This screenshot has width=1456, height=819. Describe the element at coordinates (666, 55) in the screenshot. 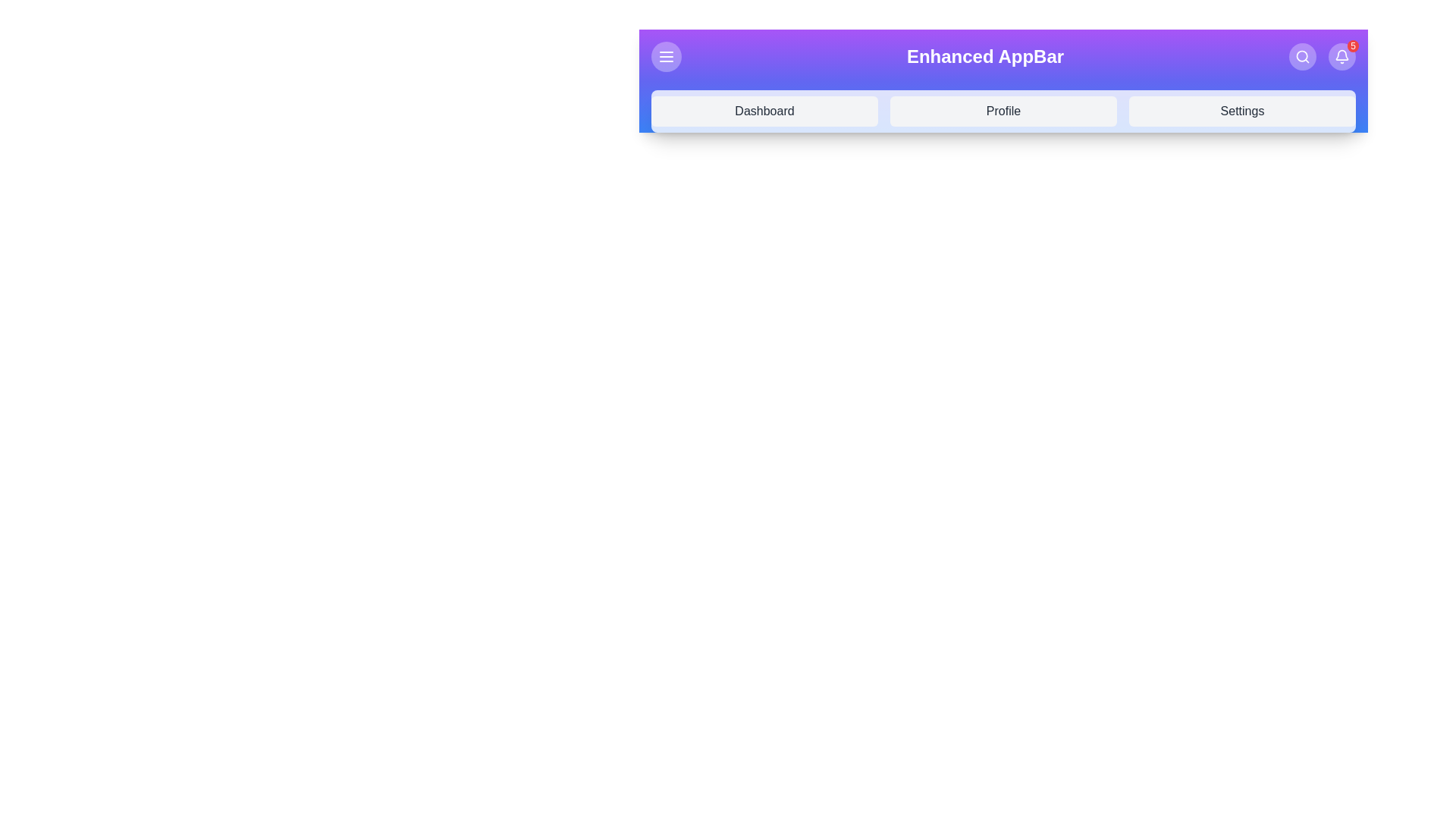

I see `the menu icon to toggle the dropdown menu` at that location.